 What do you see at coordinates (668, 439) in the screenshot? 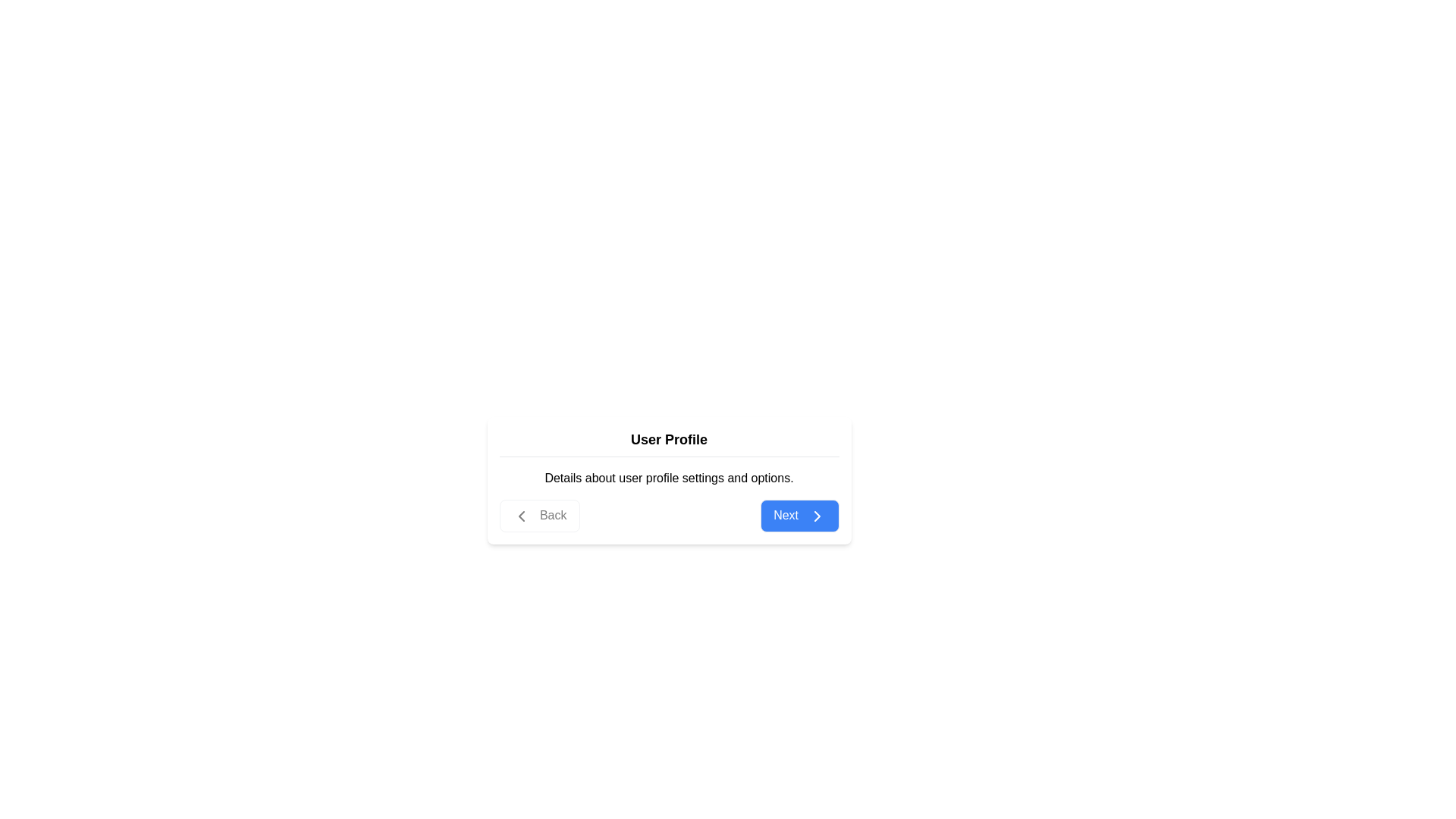
I see `the text label indicating 'User Profile' located at the top of the card-like section` at bounding box center [668, 439].